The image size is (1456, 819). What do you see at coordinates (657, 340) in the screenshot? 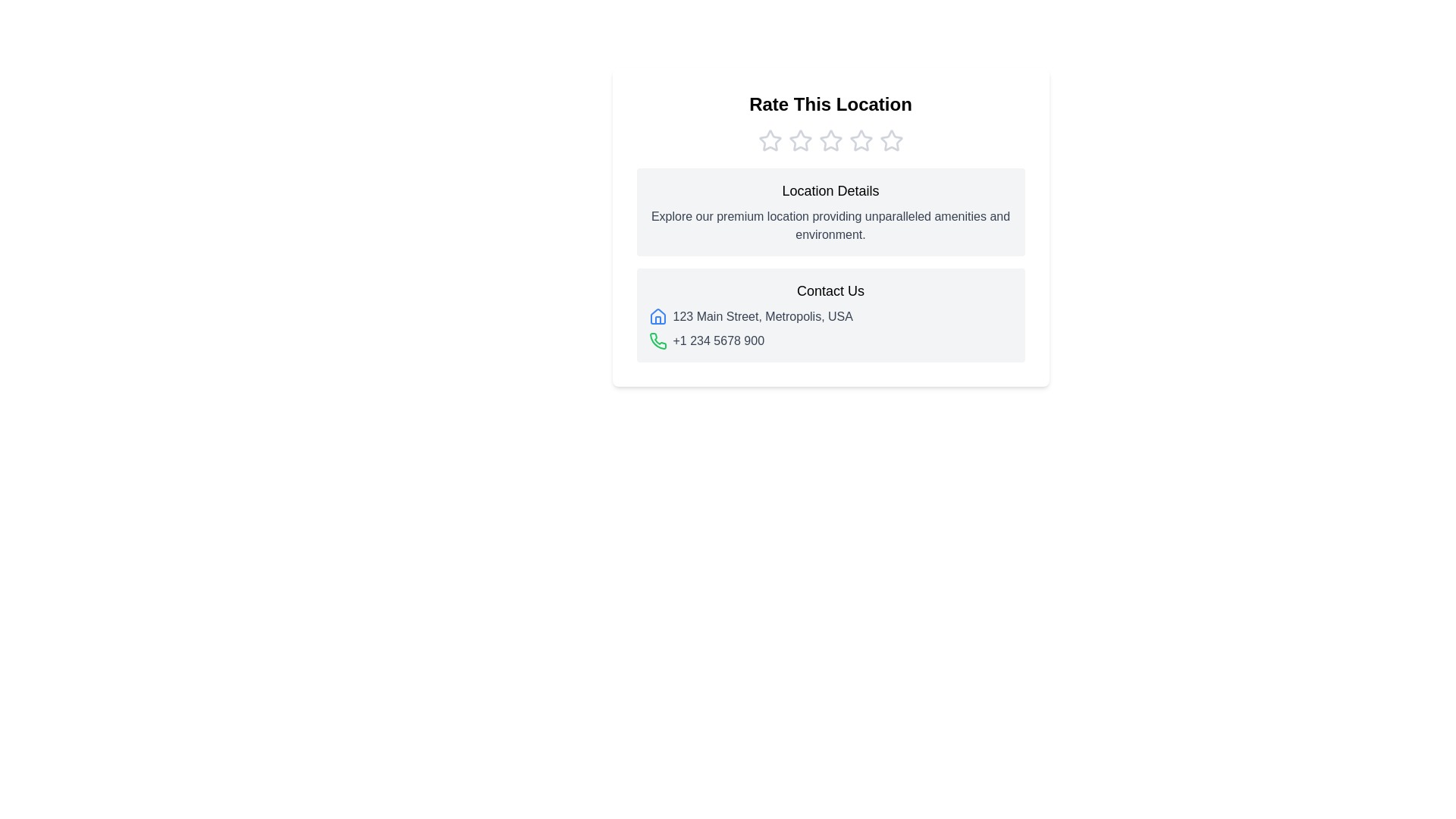
I see `the green phone icon located in the 'Contact Us' section adjacent to the phone number '+1 234 5678 900'. This icon is the only graphical representation of a telephone in this section` at bounding box center [657, 340].